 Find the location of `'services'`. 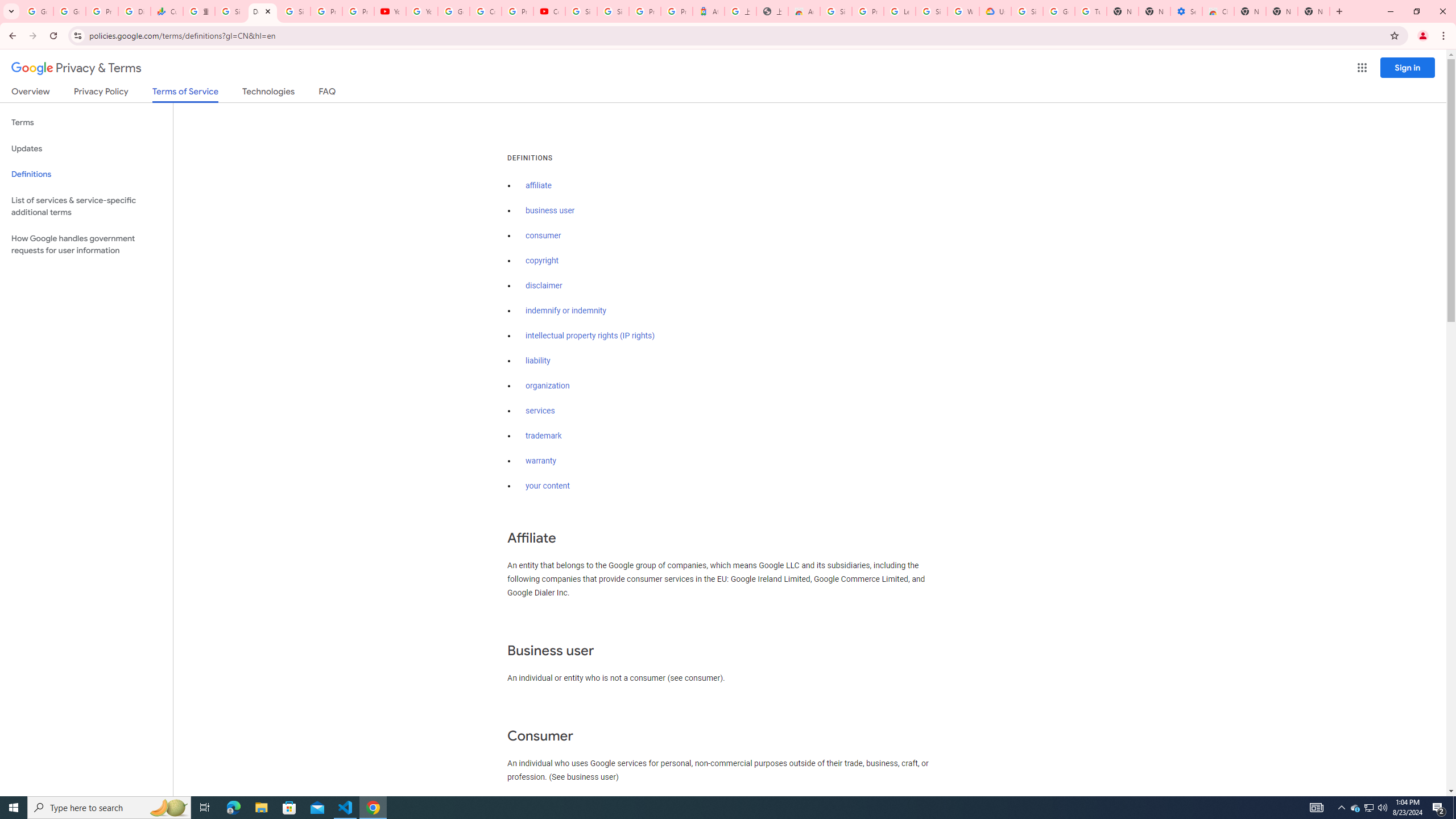

'services' is located at coordinates (540, 410).